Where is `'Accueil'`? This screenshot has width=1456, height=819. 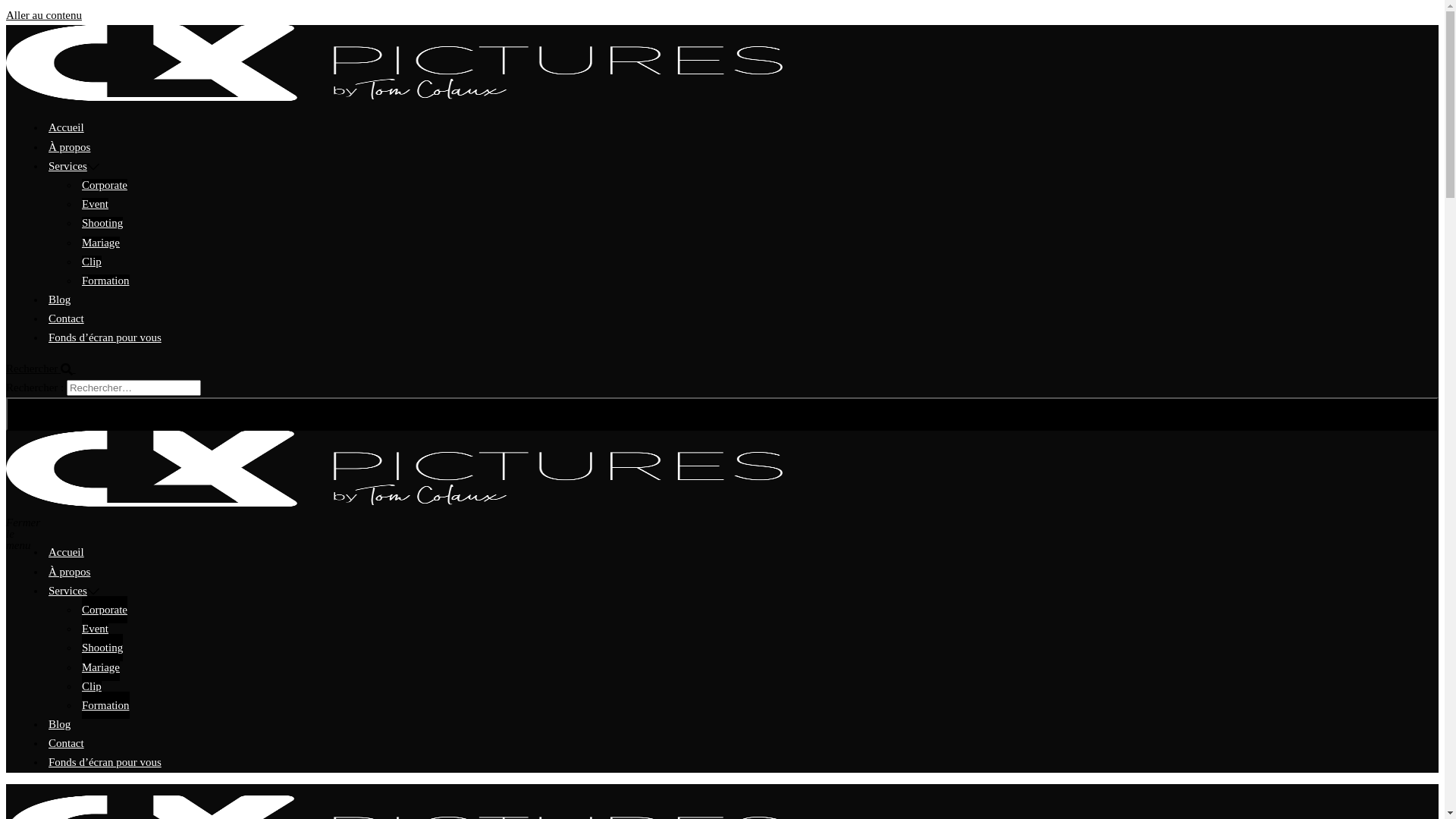
'Accueil' is located at coordinates (48, 127).